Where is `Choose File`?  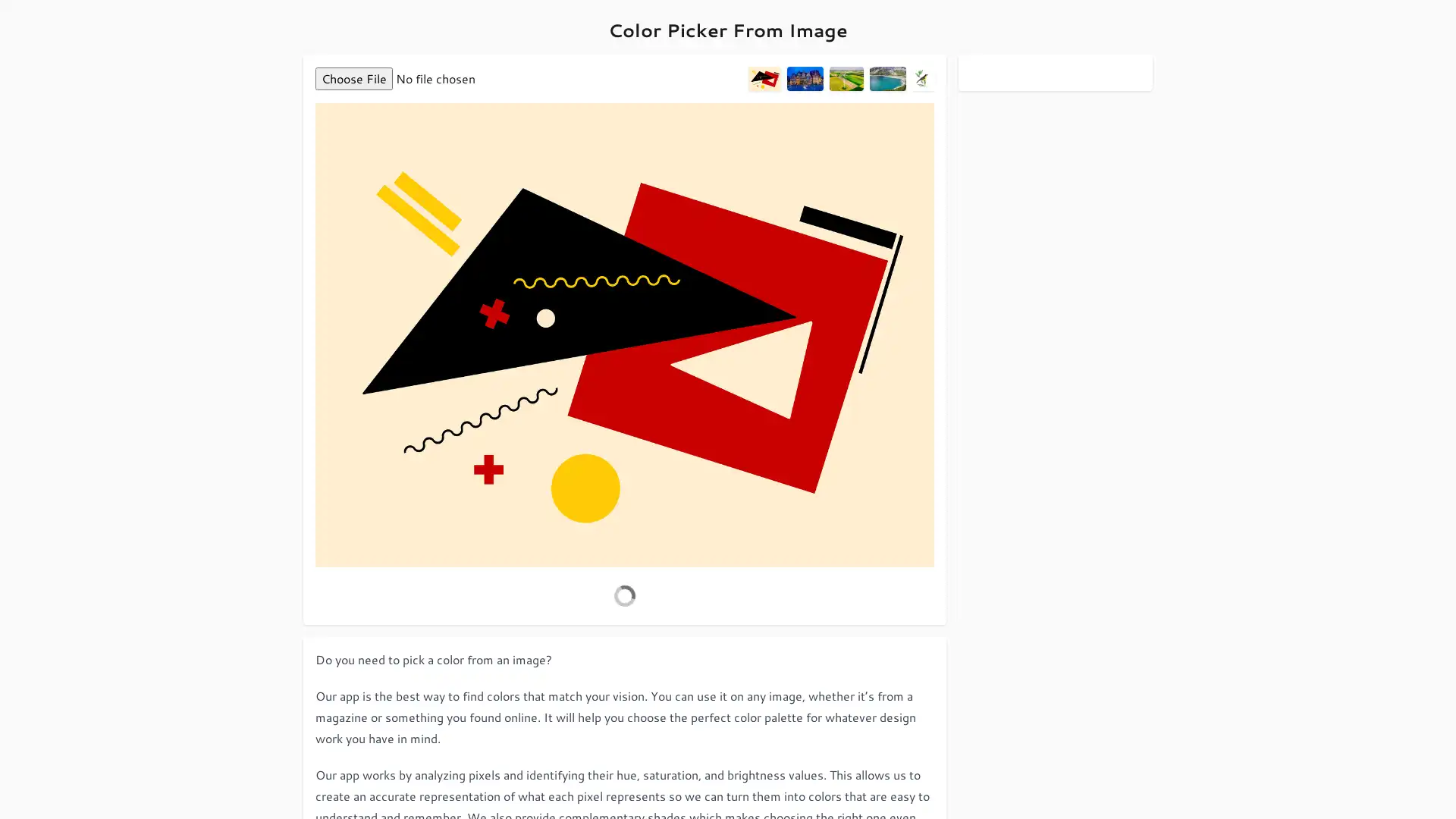 Choose File is located at coordinates (353, 79).